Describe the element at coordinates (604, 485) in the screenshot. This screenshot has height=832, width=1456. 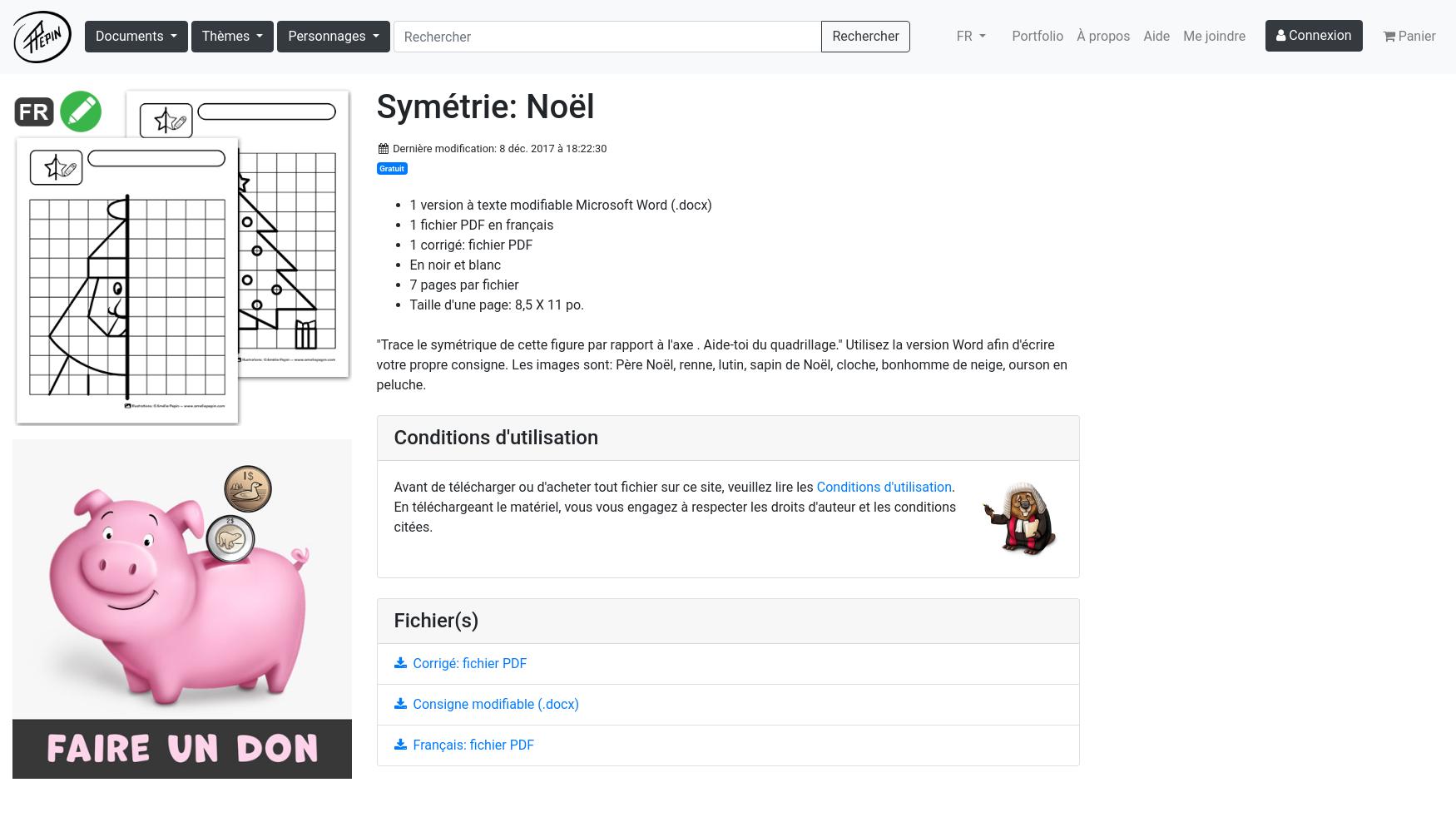
I see `'Avant de télécharger ou d'acheter tout fichier sur ce site, veuillez lire les'` at that location.